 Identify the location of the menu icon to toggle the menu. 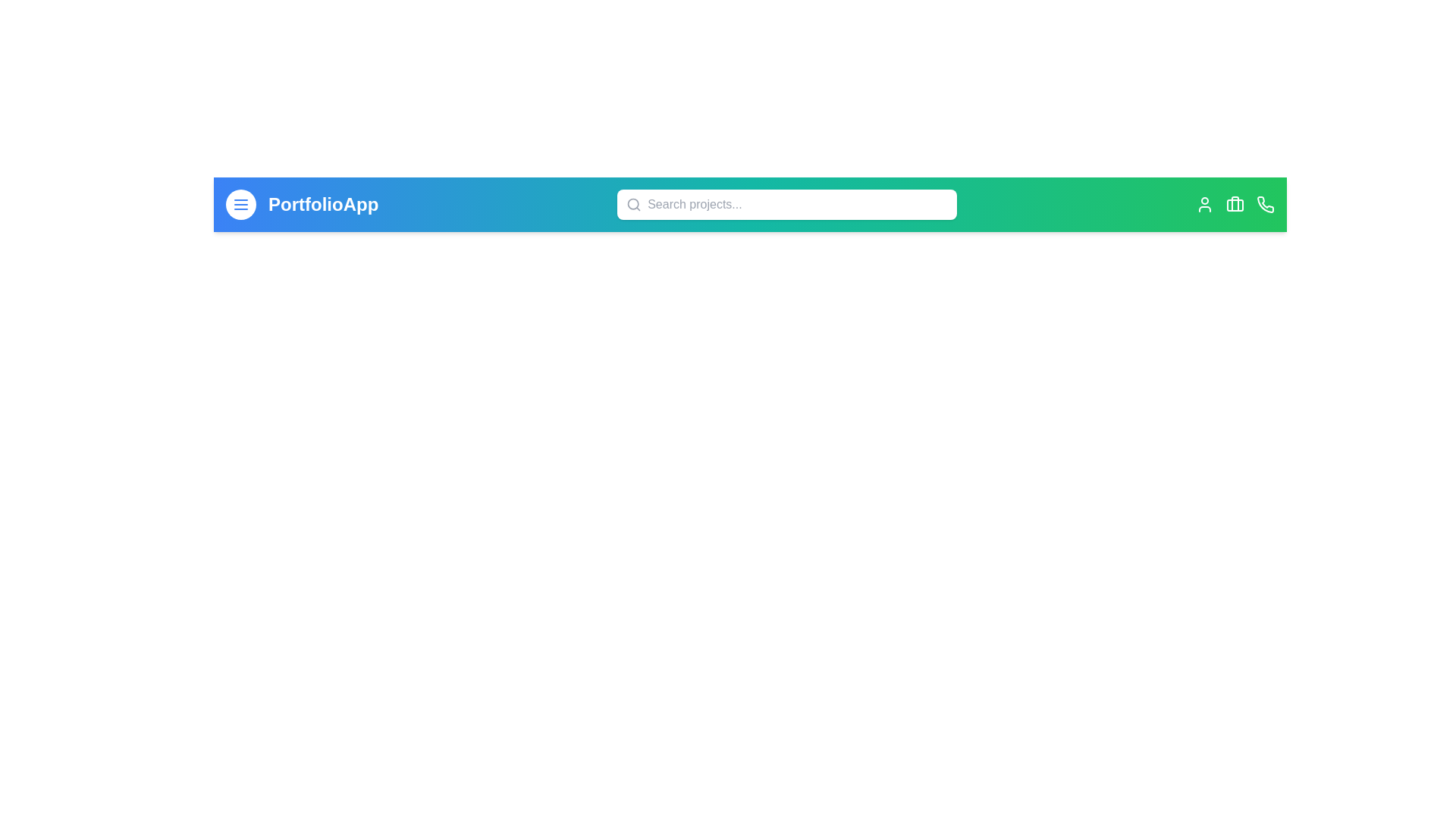
(240, 205).